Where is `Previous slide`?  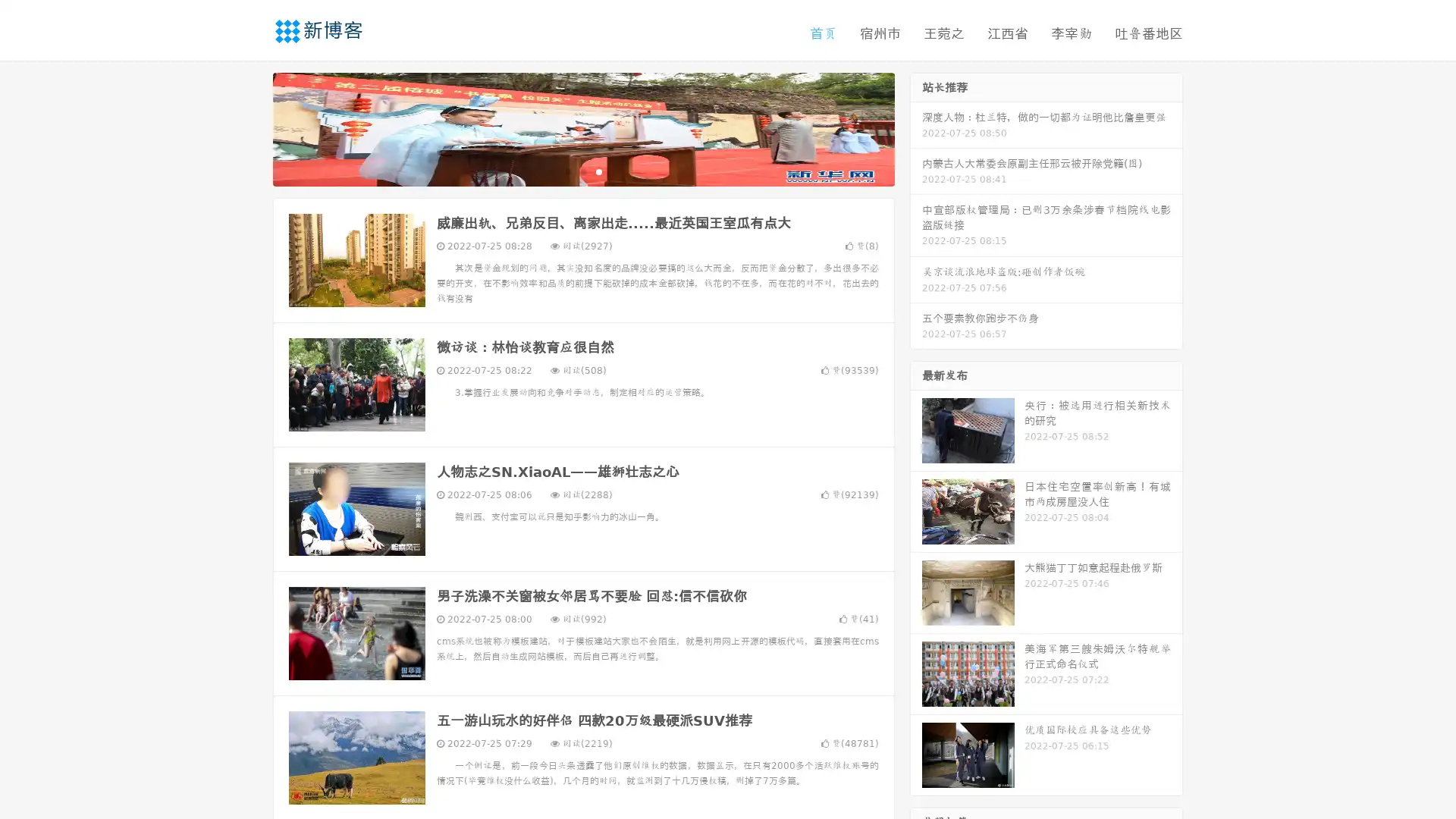 Previous slide is located at coordinates (250, 127).